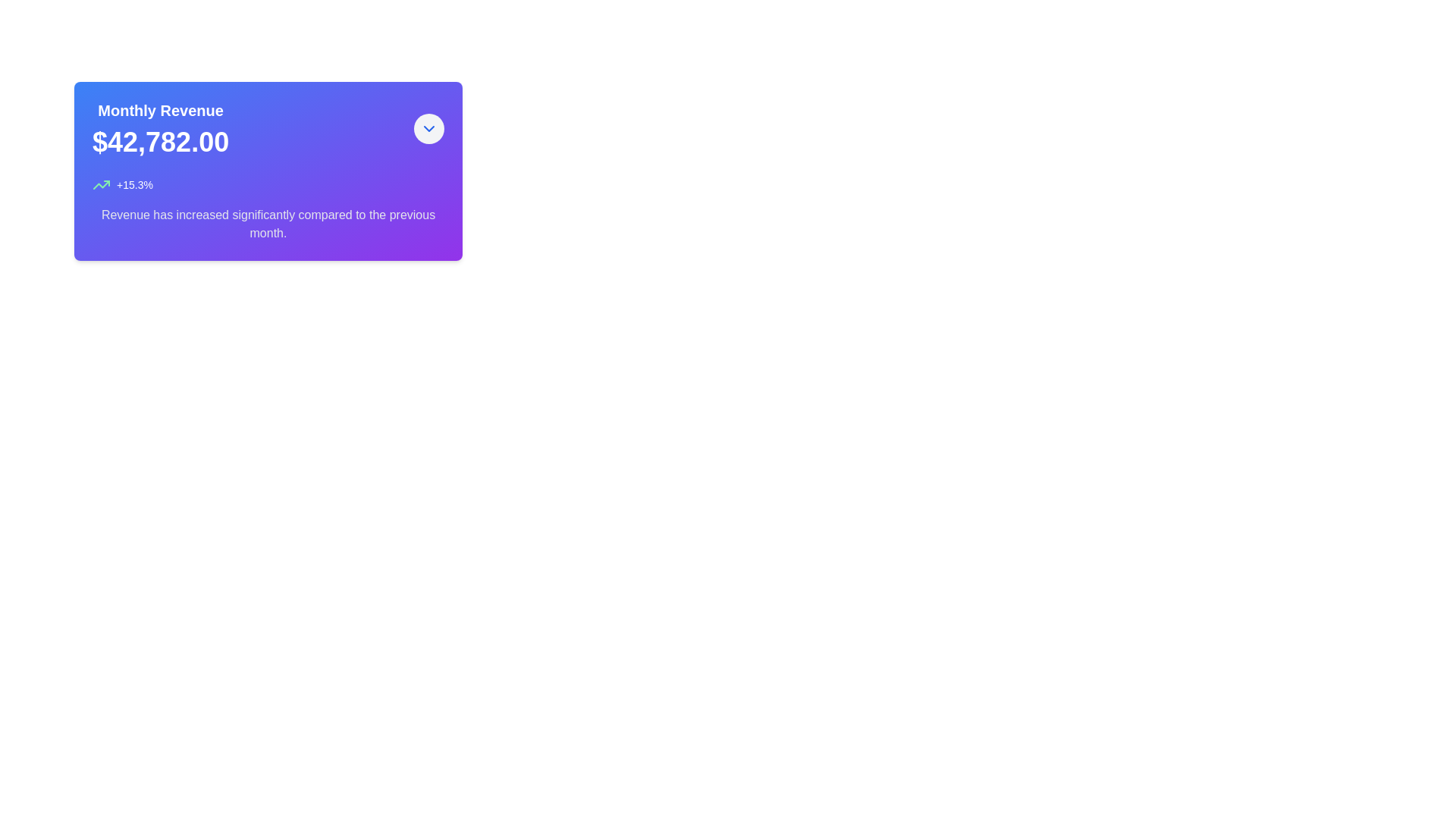 The image size is (1456, 819). What do you see at coordinates (161, 127) in the screenshot?
I see `the 'Monthly Revenue' text display element that shows the value '$42,782.00' on a gradient background` at bounding box center [161, 127].